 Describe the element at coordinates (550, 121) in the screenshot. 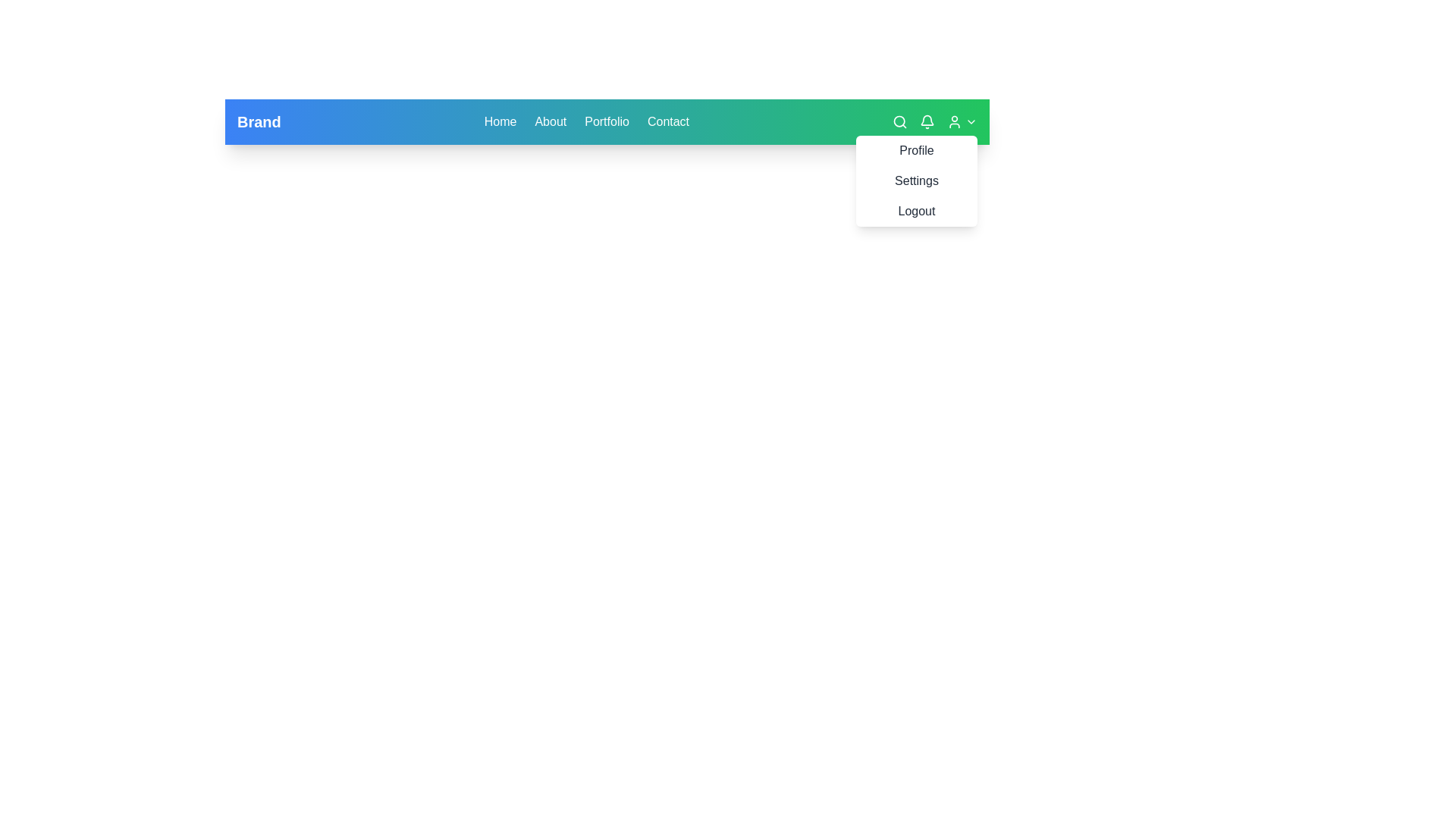

I see `the 'About' textual hyperlink, which is the second item in the horizontal menu structure, to trigger visual feedback` at that location.